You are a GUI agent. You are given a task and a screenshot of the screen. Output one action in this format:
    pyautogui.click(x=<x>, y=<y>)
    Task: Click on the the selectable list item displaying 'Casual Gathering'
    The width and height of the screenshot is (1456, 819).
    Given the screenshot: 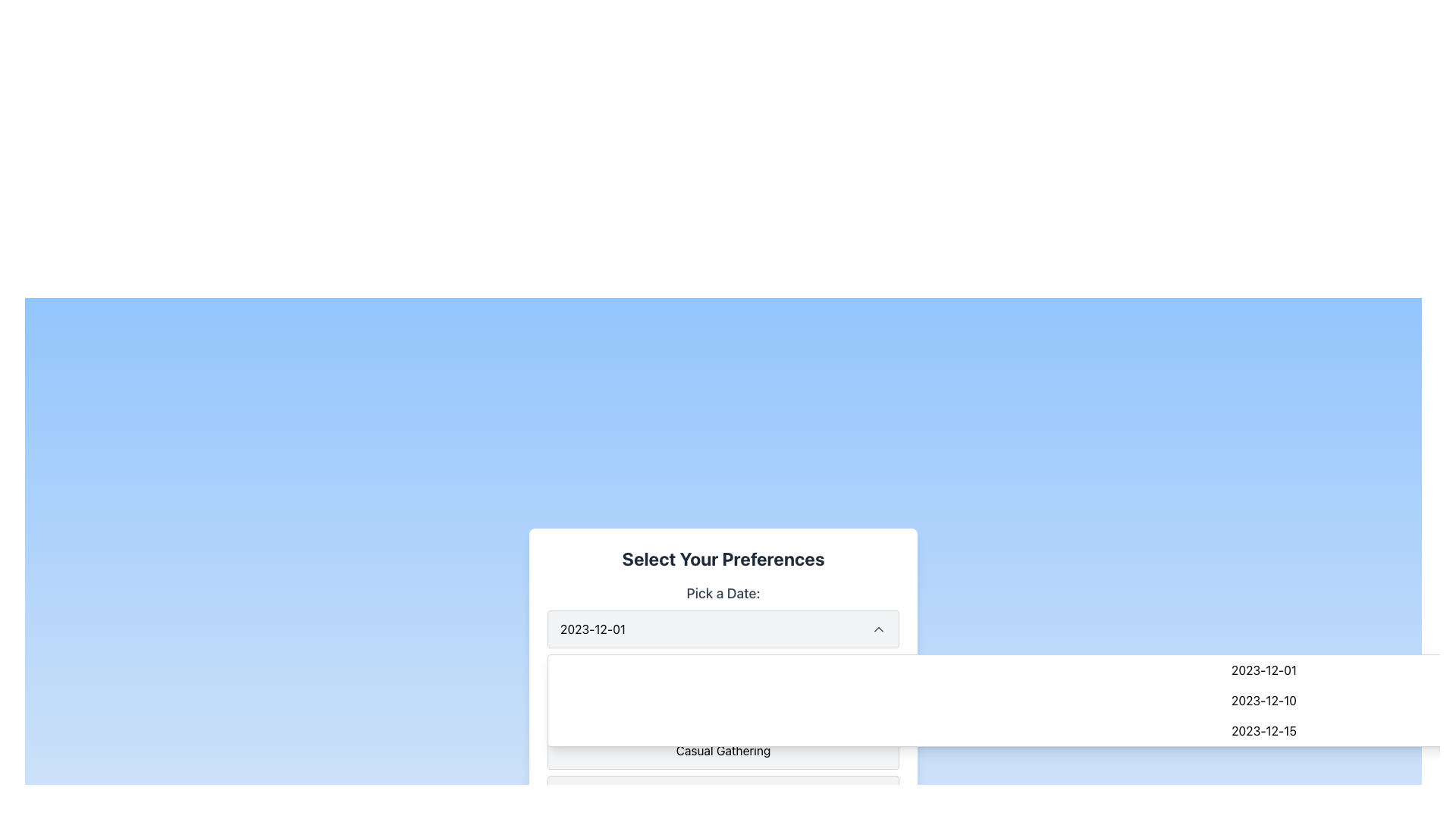 What is the action you would take?
    pyautogui.click(x=723, y=751)
    